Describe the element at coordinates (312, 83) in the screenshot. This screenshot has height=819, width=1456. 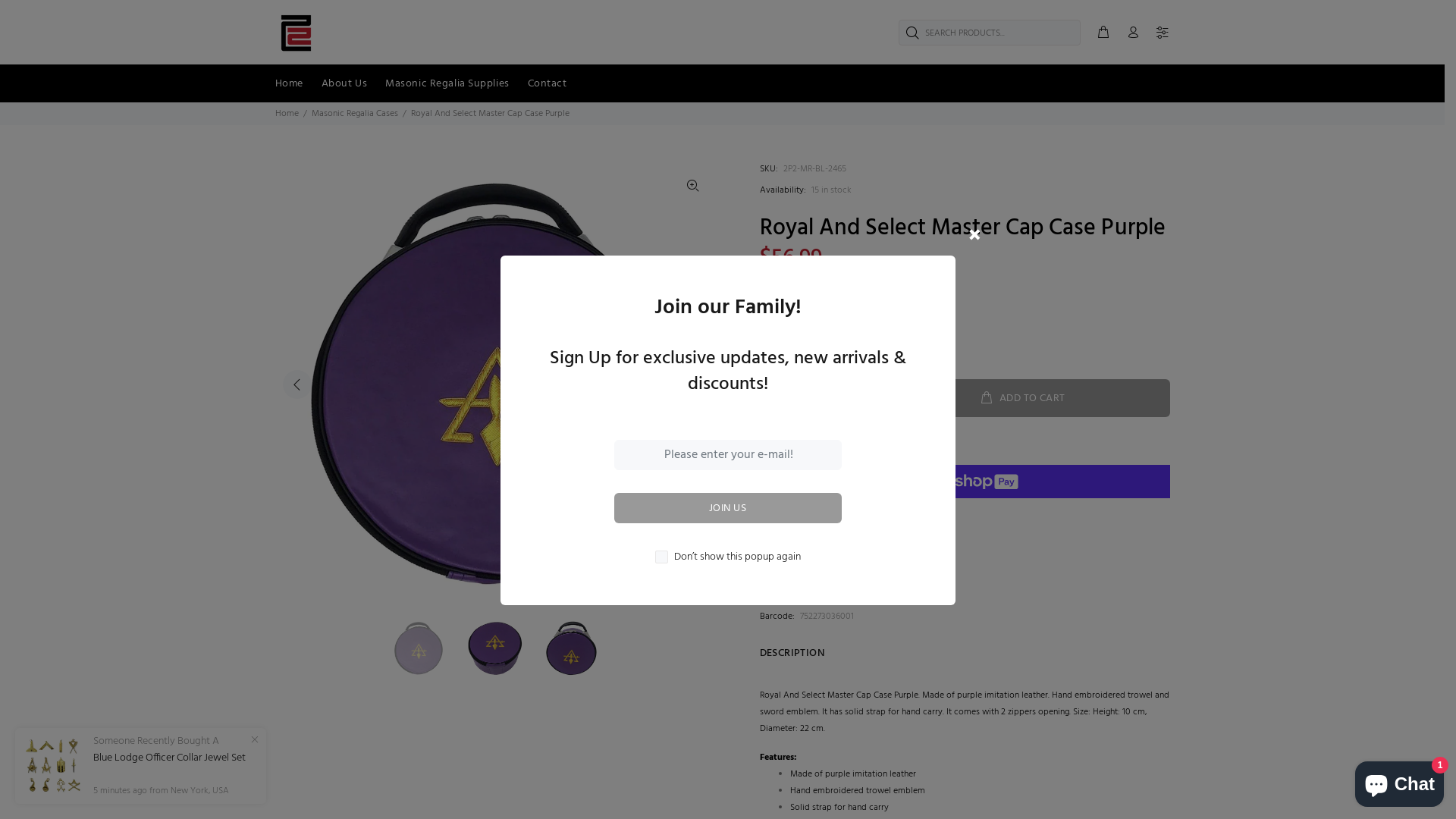
I see `'About Us'` at that location.